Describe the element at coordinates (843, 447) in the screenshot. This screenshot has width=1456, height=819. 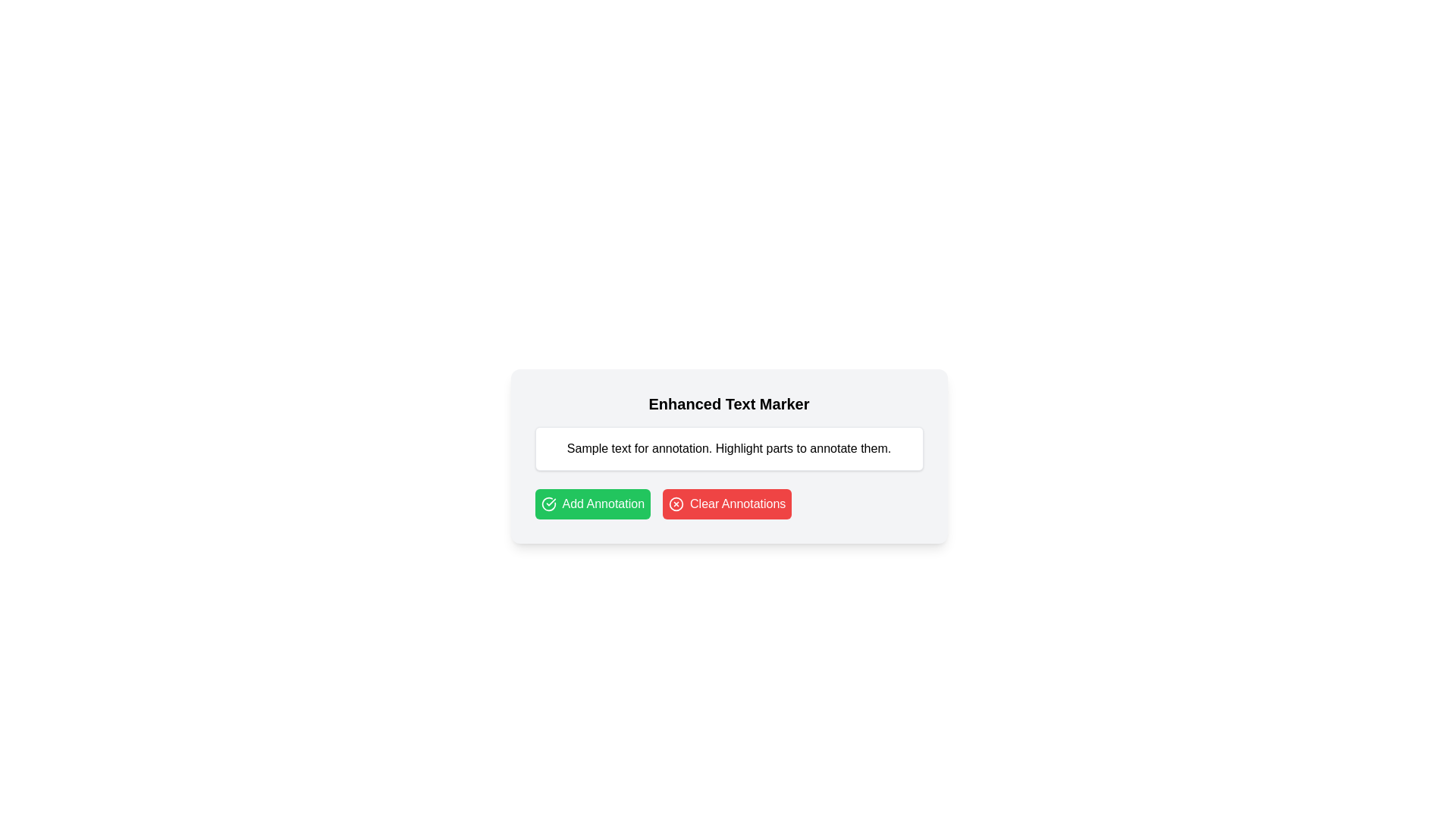
I see `letter 'a' in the word 'annotate' within the sentence 'Sample text for annotation. Highlight parts to annotate them.' for text extraction` at that location.